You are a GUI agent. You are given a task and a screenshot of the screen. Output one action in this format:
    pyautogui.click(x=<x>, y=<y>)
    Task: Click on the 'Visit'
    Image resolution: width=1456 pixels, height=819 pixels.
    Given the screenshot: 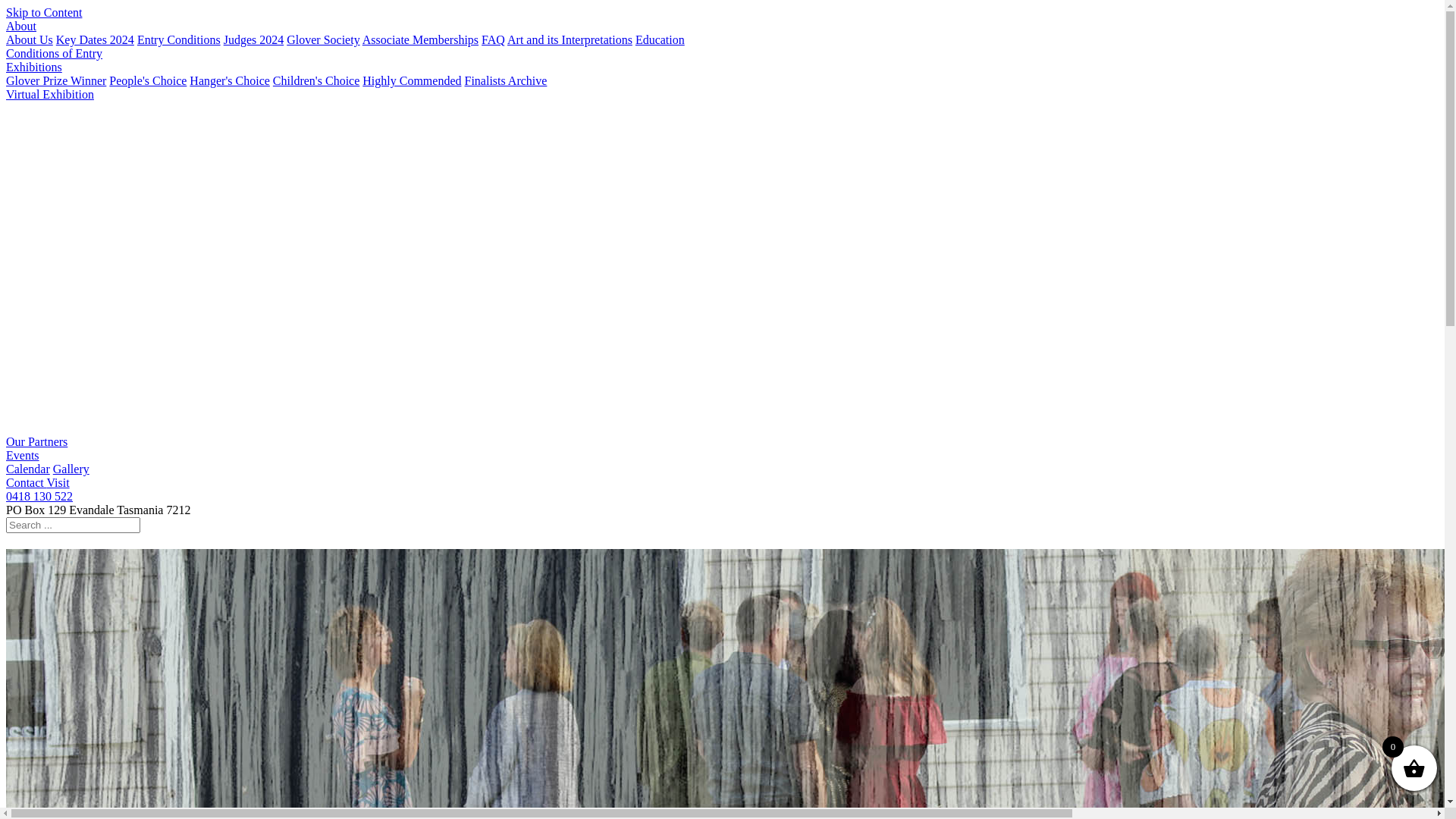 What is the action you would take?
    pyautogui.click(x=58, y=482)
    